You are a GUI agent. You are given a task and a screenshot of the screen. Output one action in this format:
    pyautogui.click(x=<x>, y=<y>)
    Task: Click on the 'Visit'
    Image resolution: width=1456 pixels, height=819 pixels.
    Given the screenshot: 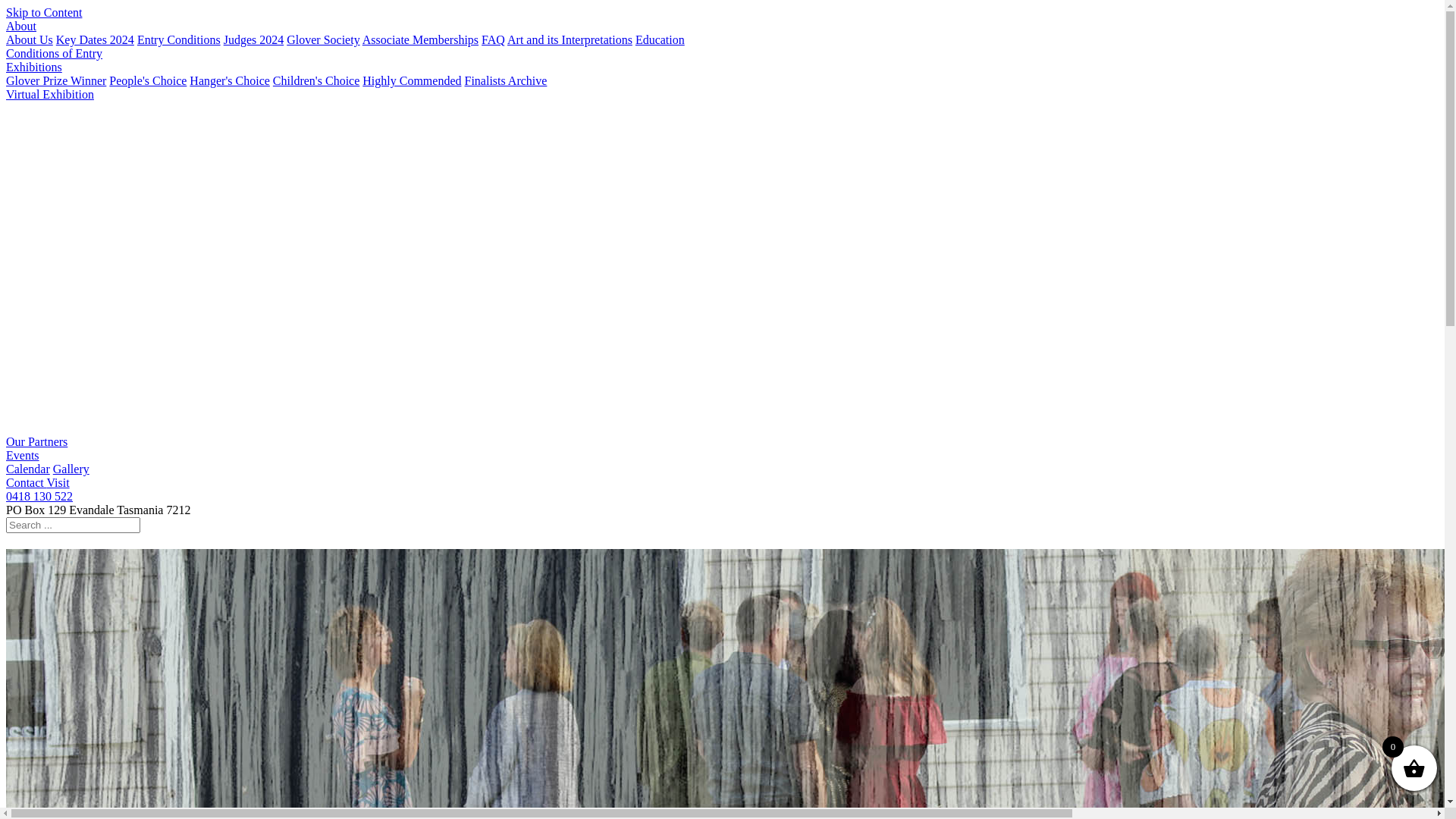 What is the action you would take?
    pyautogui.click(x=58, y=482)
    